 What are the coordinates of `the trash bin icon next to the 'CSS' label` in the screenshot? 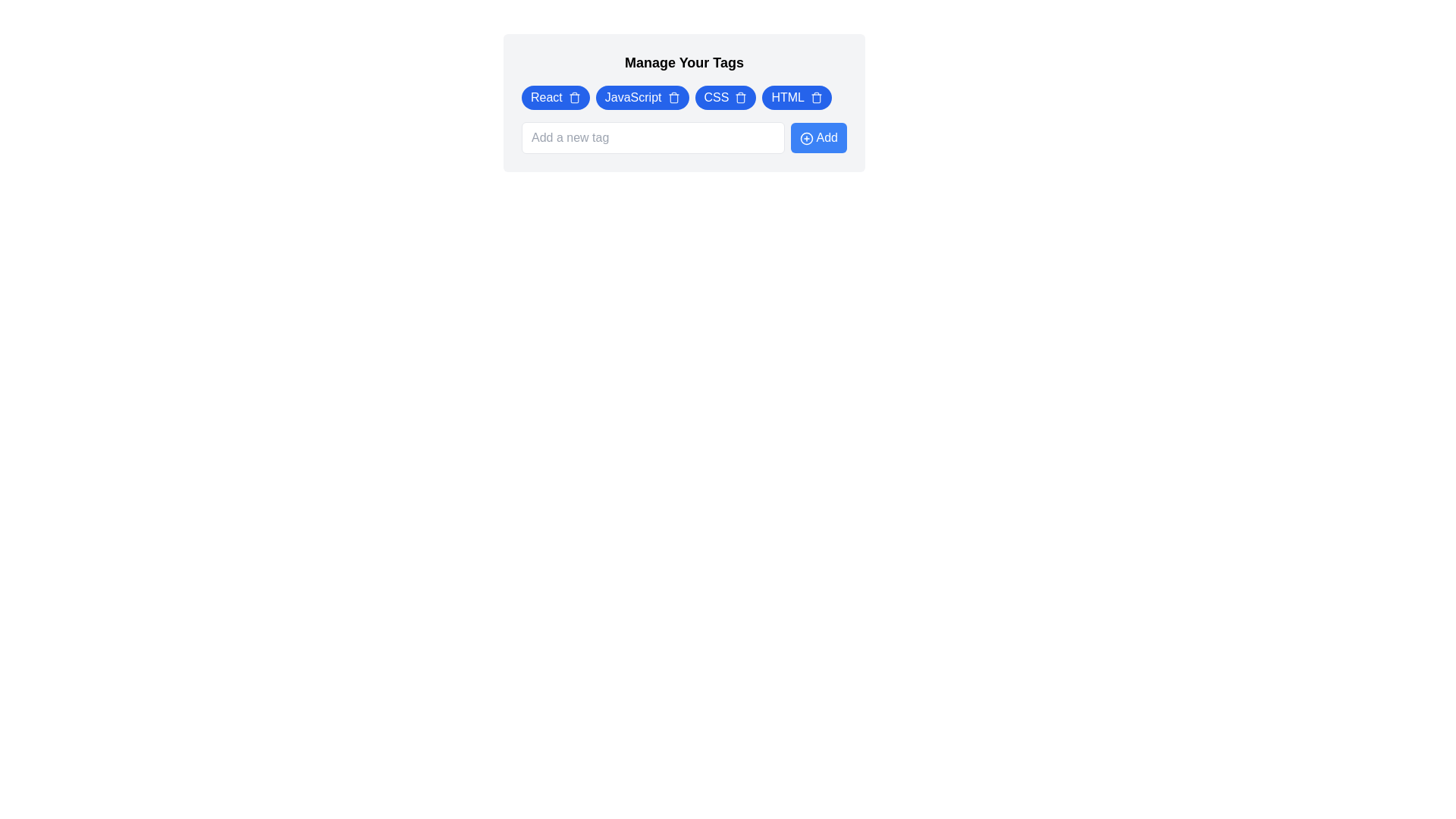 It's located at (741, 97).